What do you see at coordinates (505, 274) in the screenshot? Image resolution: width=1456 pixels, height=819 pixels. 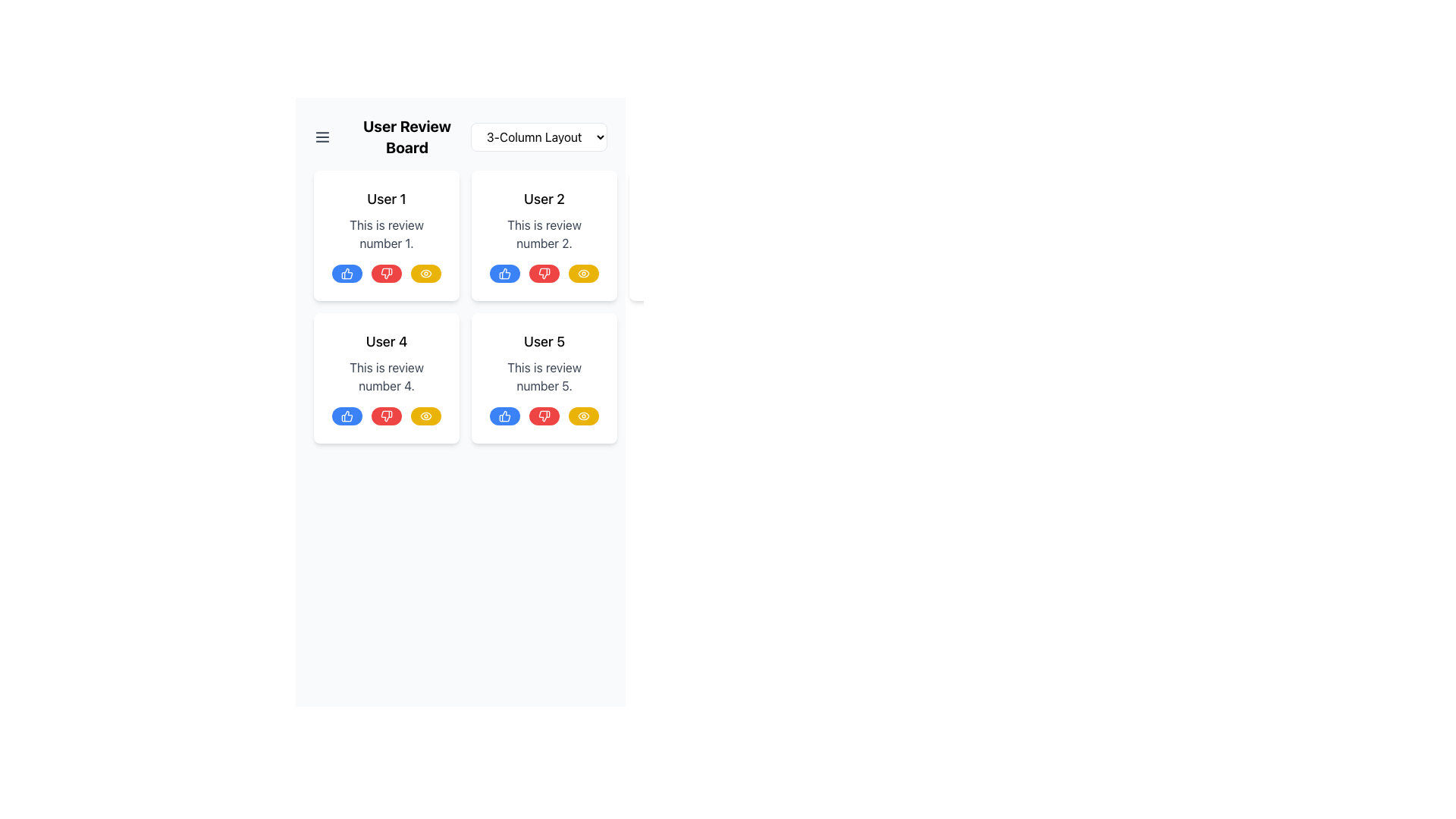 I see `the blue circular button with a white thumbs-up icon to like the review, which is the first button among three at the bottom of the second user review card` at bounding box center [505, 274].